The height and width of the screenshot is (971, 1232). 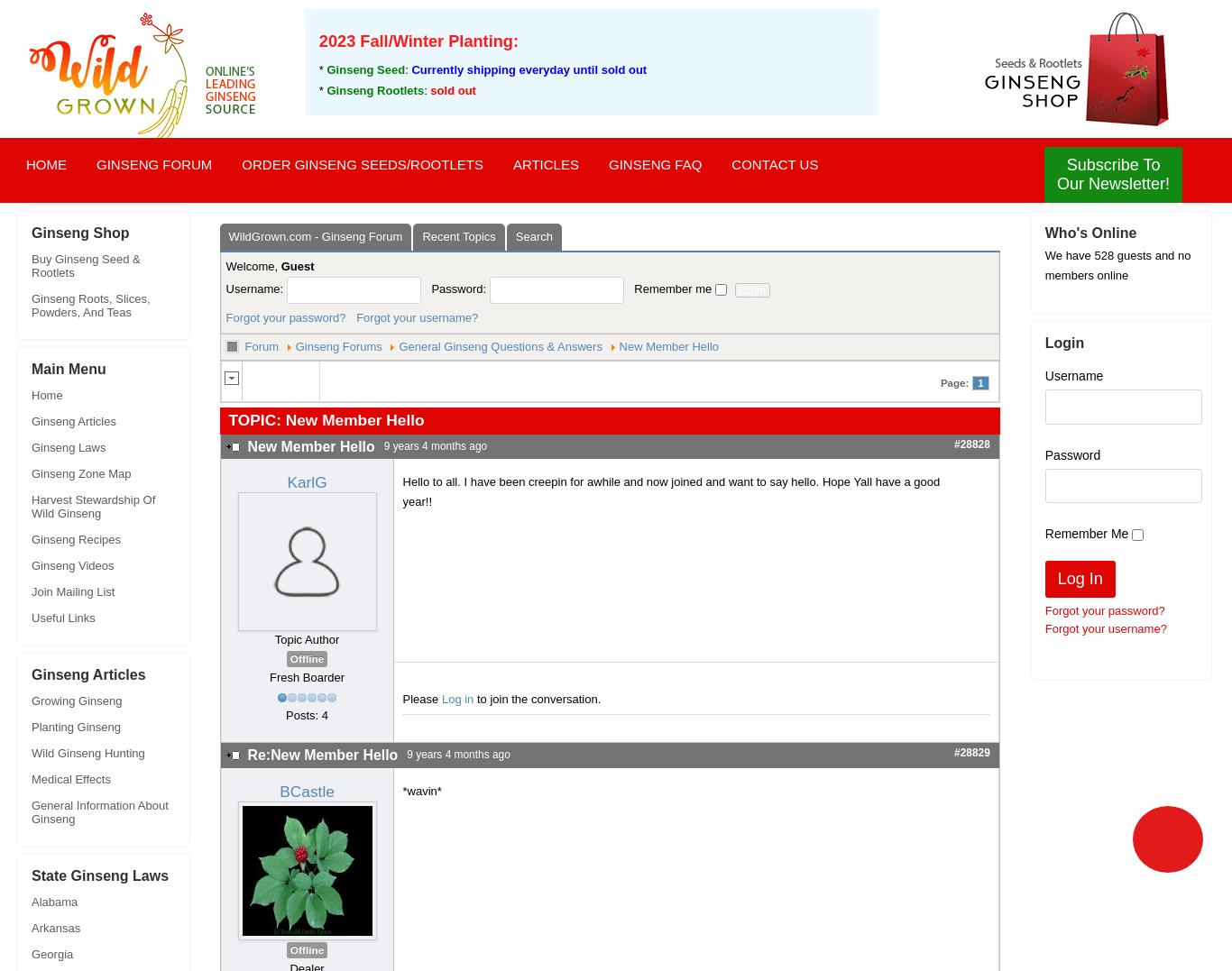 I want to click on 'Ginseng Recipes', so click(x=31, y=538).